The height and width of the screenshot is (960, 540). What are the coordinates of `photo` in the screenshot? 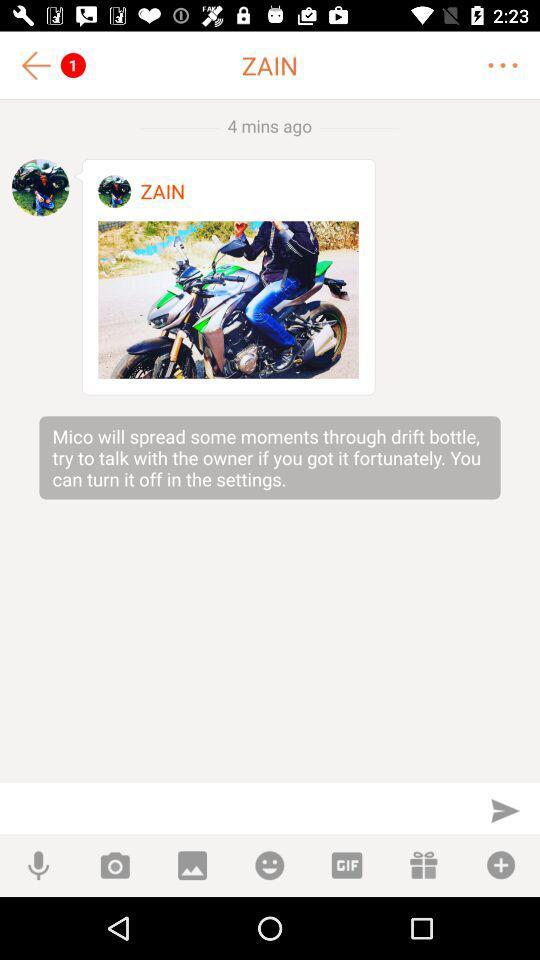 It's located at (115, 864).